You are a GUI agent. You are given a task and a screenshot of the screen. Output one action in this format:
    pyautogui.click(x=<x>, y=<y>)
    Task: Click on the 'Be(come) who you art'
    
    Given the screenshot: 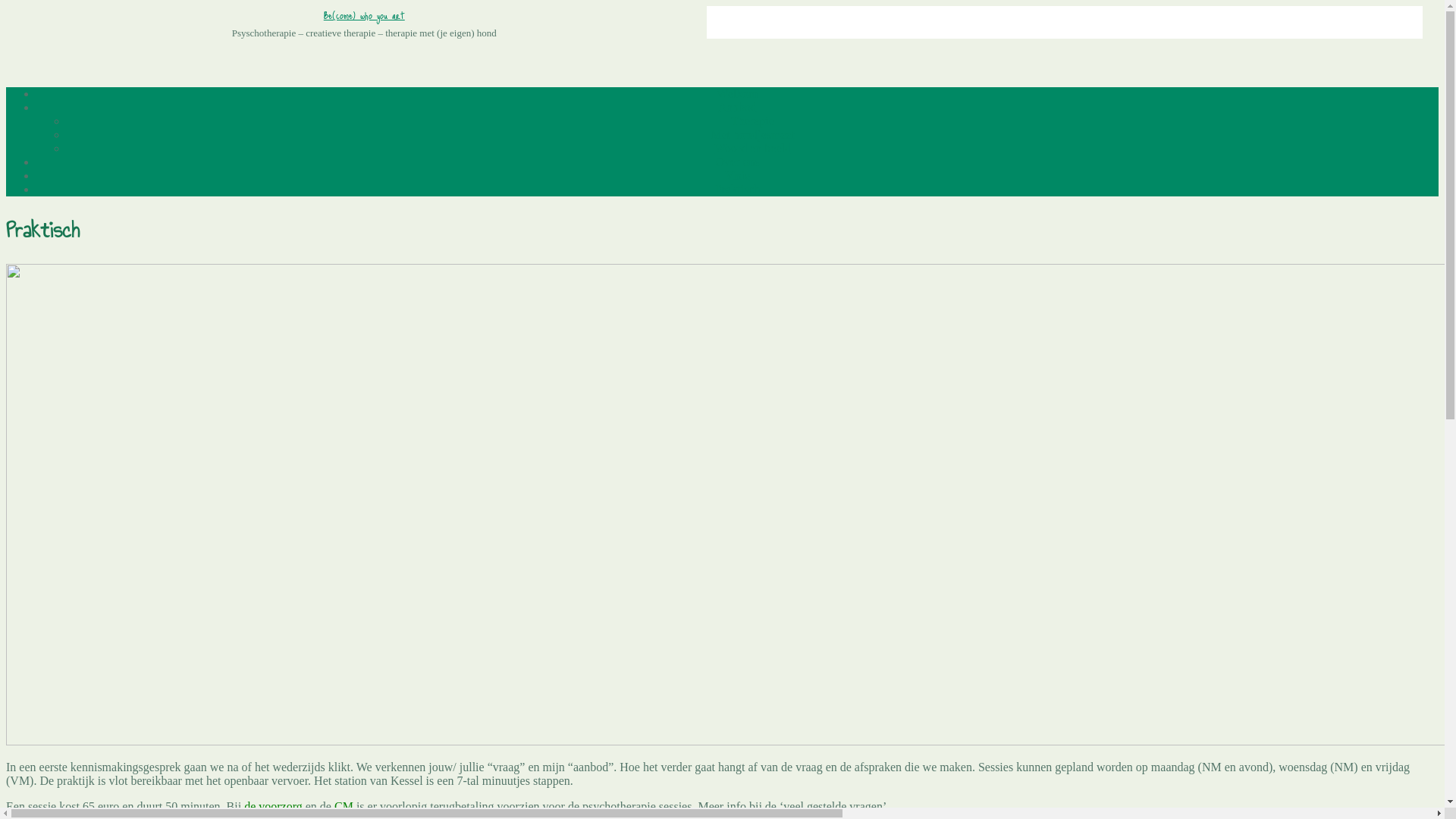 What is the action you would take?
    pyautogui.click(x=364, y=14)
    